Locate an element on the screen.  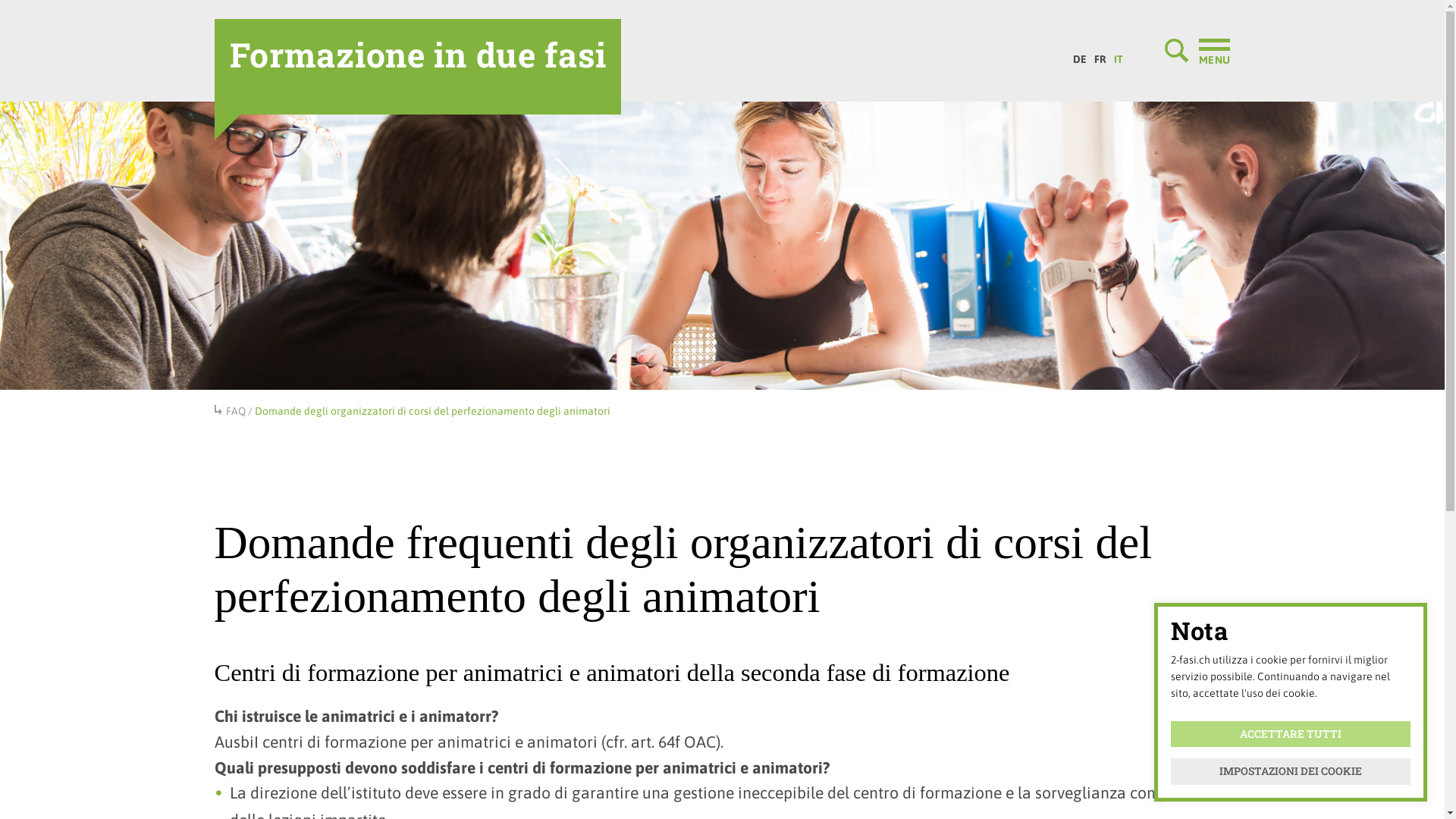
'IT' is located at coordinates (1118, 55).